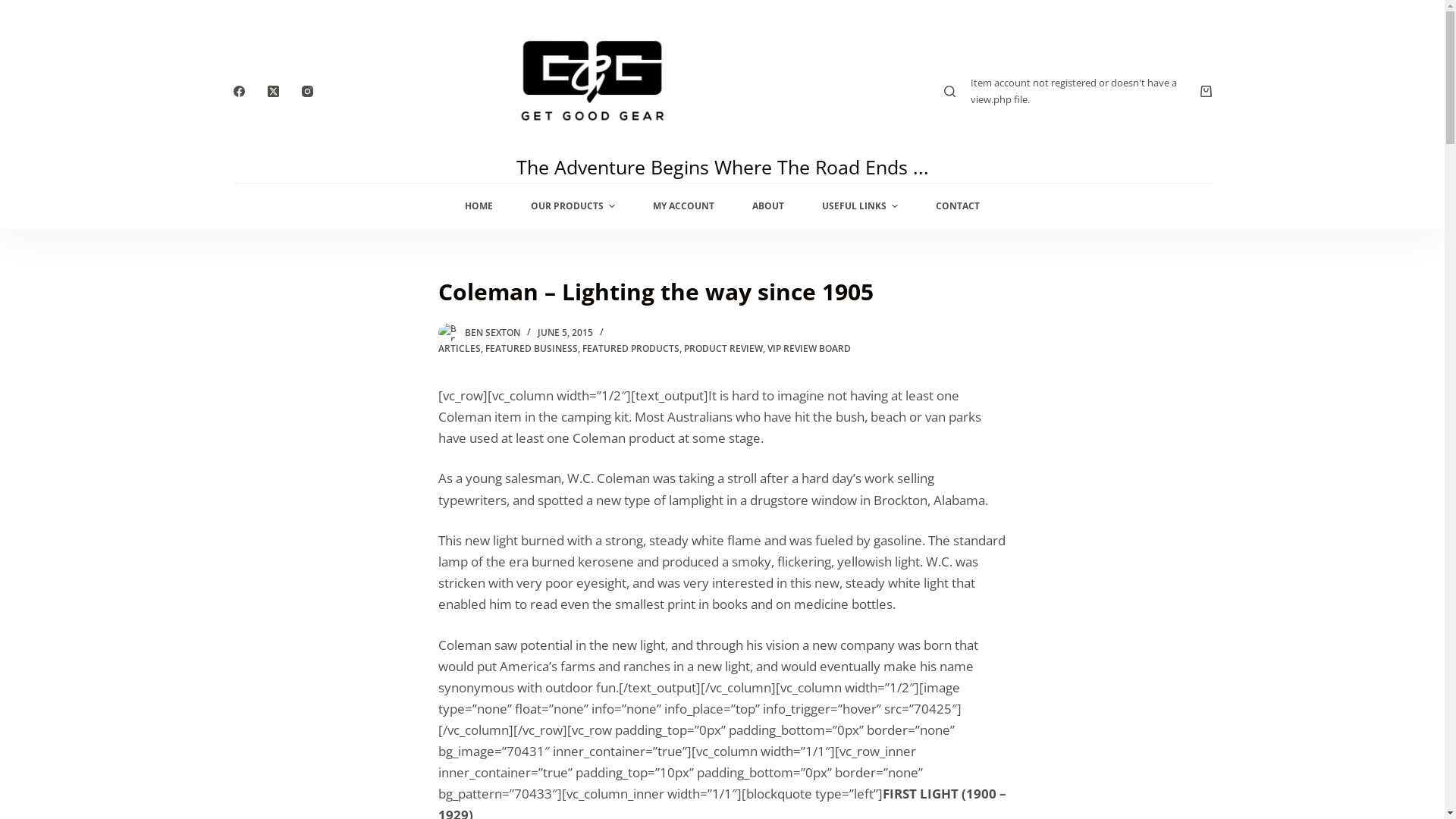  What do you see at coordinates (271, 579) in the screenshot?
I see `'Our Partners'` at bounding box center [271, 579].